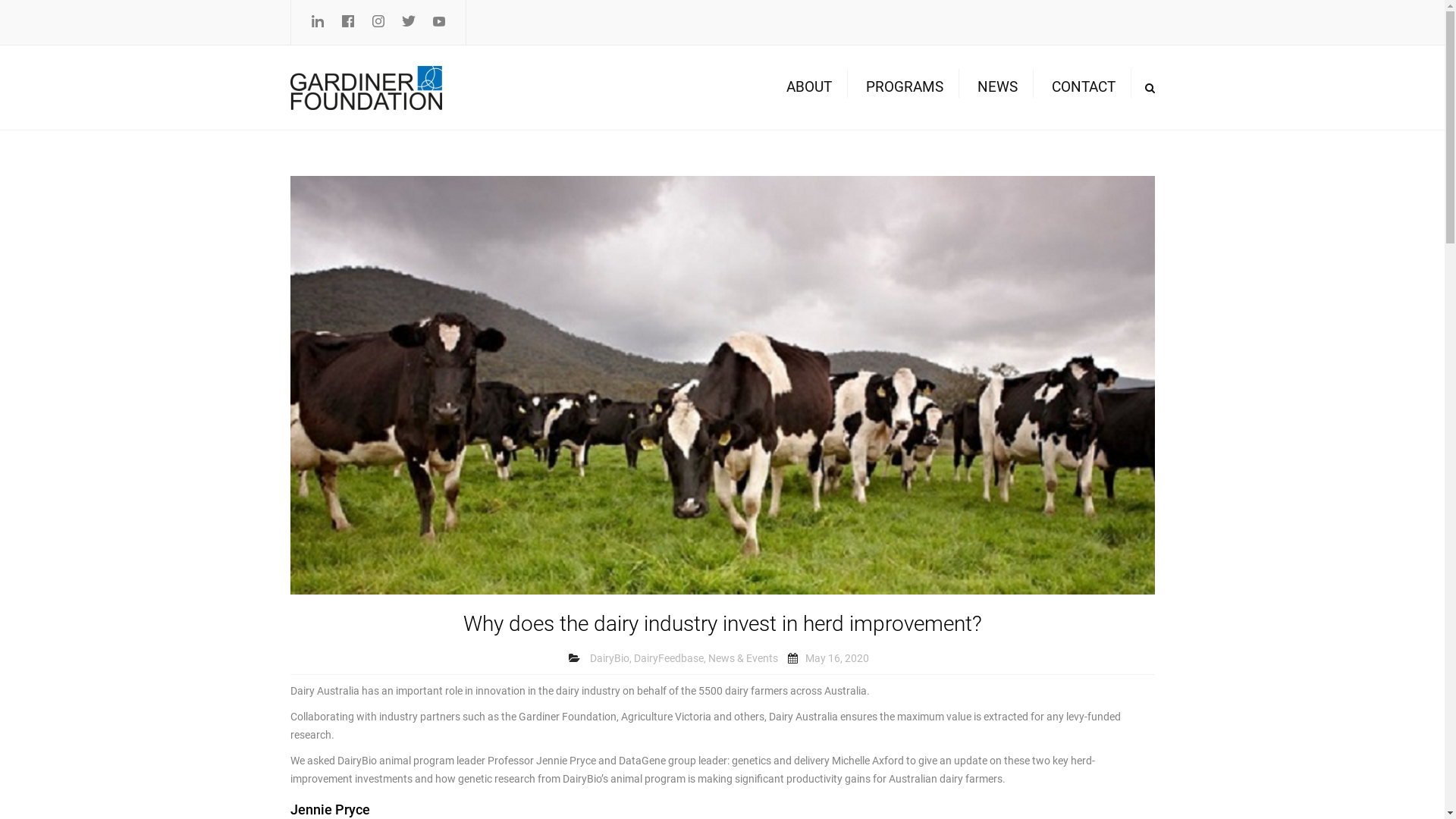  What do you see at coordinates (708, 657) in the screenshot?
I see `'News & Events'` at bounding box center [708, 657].